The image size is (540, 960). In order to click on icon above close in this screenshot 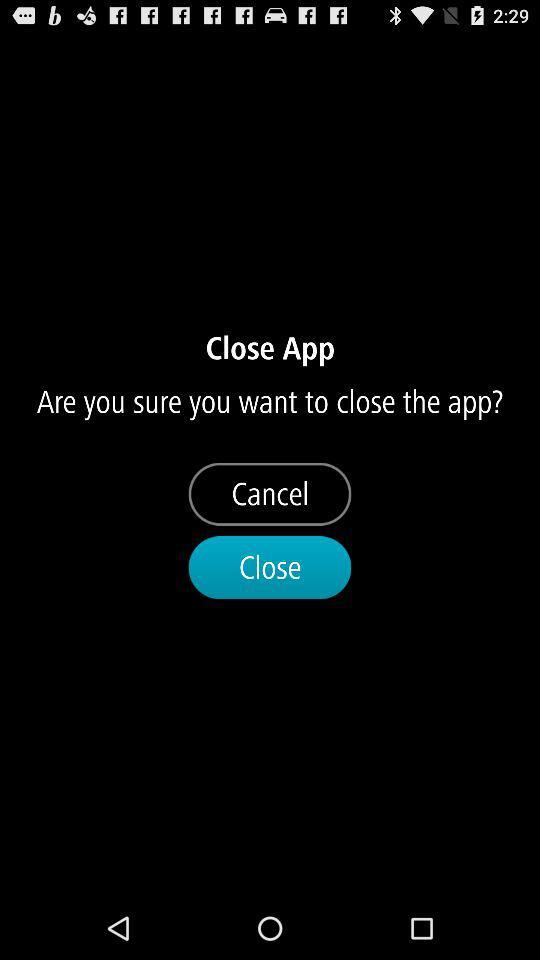, I will do `click(270, 493)`.